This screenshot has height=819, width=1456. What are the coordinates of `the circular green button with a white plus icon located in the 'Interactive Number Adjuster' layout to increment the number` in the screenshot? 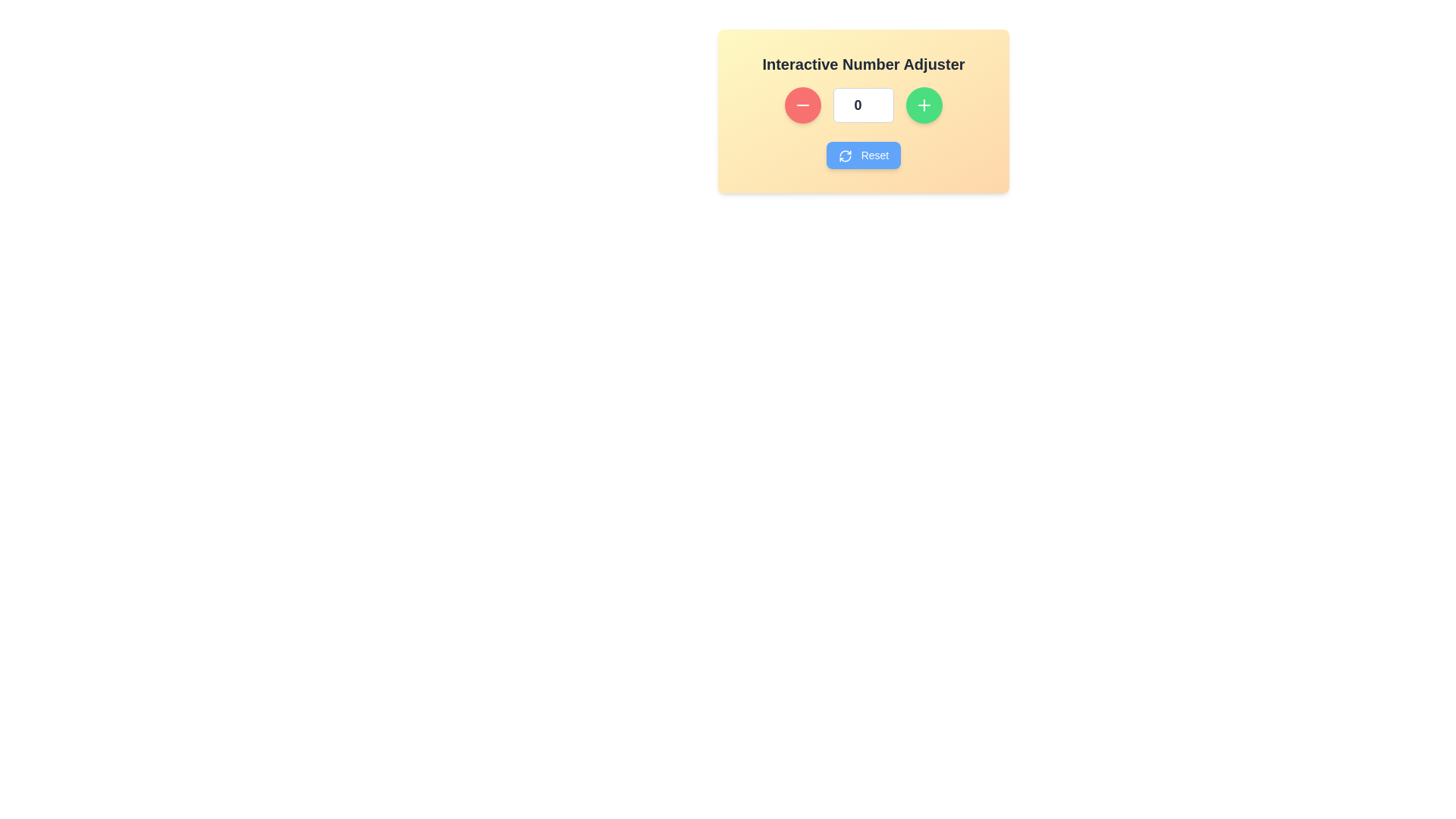 It's located at (924, 104).